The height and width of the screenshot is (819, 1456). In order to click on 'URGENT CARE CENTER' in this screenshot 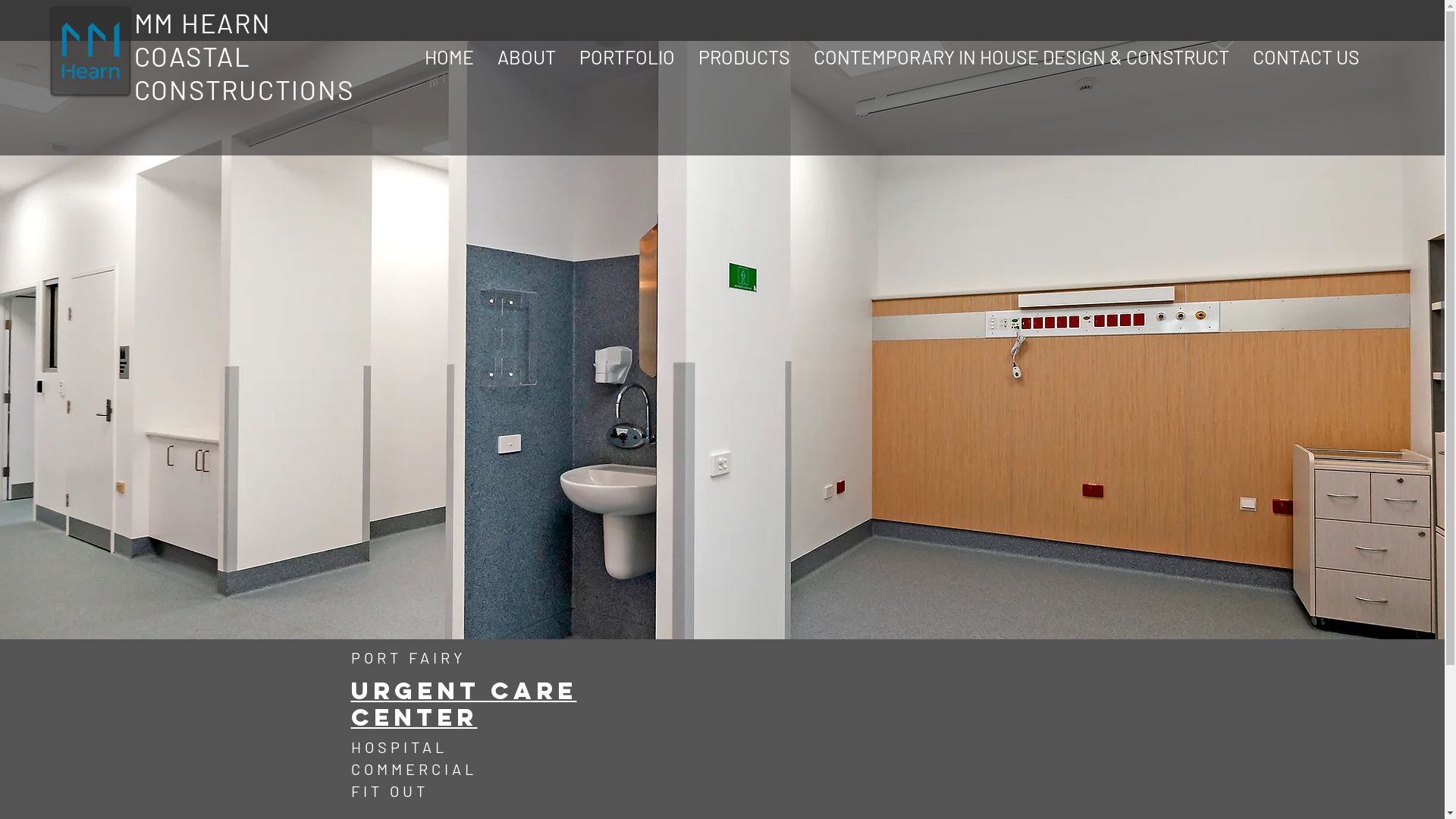, I will do `click(462, 704)`.